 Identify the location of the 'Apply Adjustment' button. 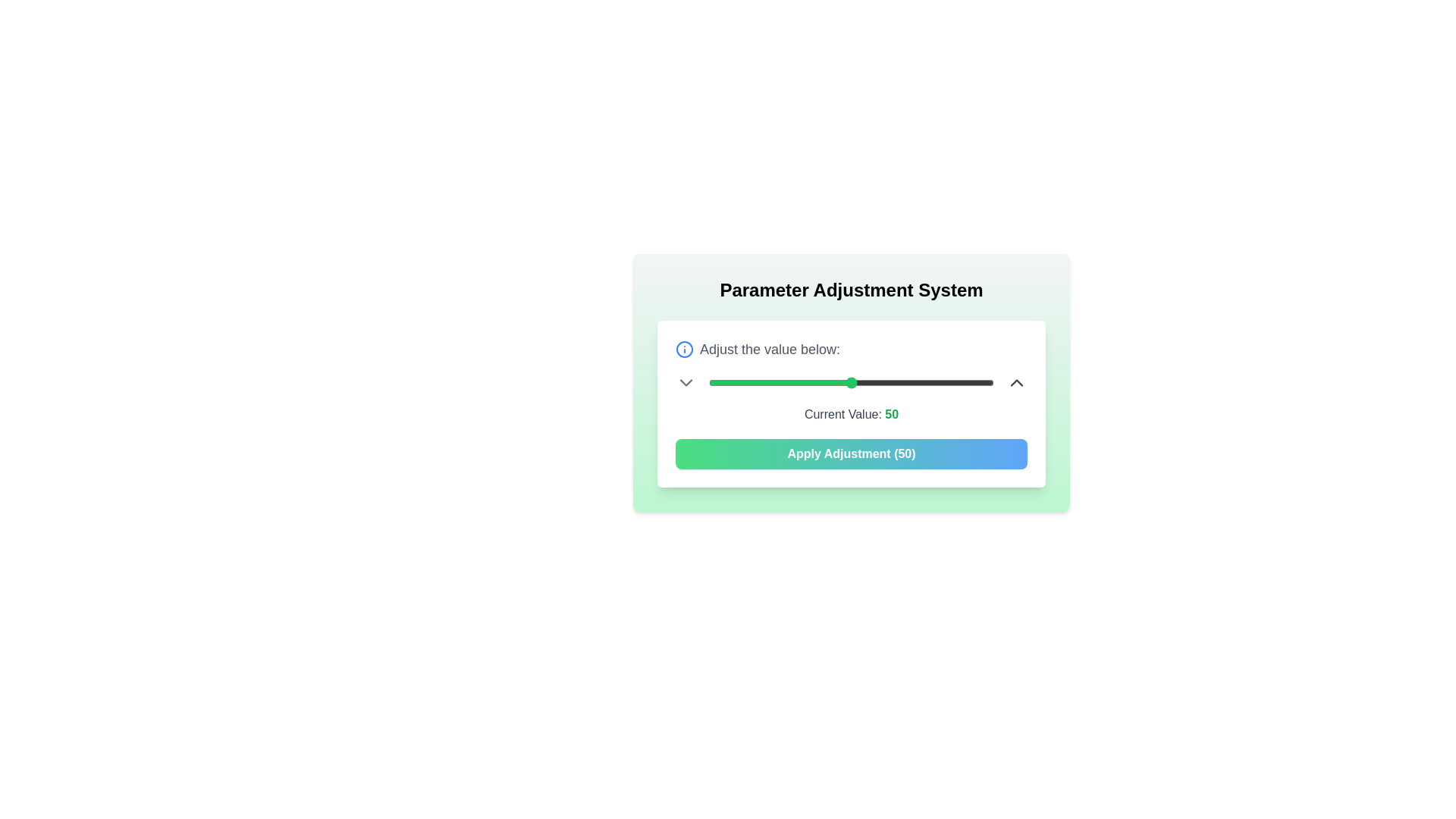
(852, 453).